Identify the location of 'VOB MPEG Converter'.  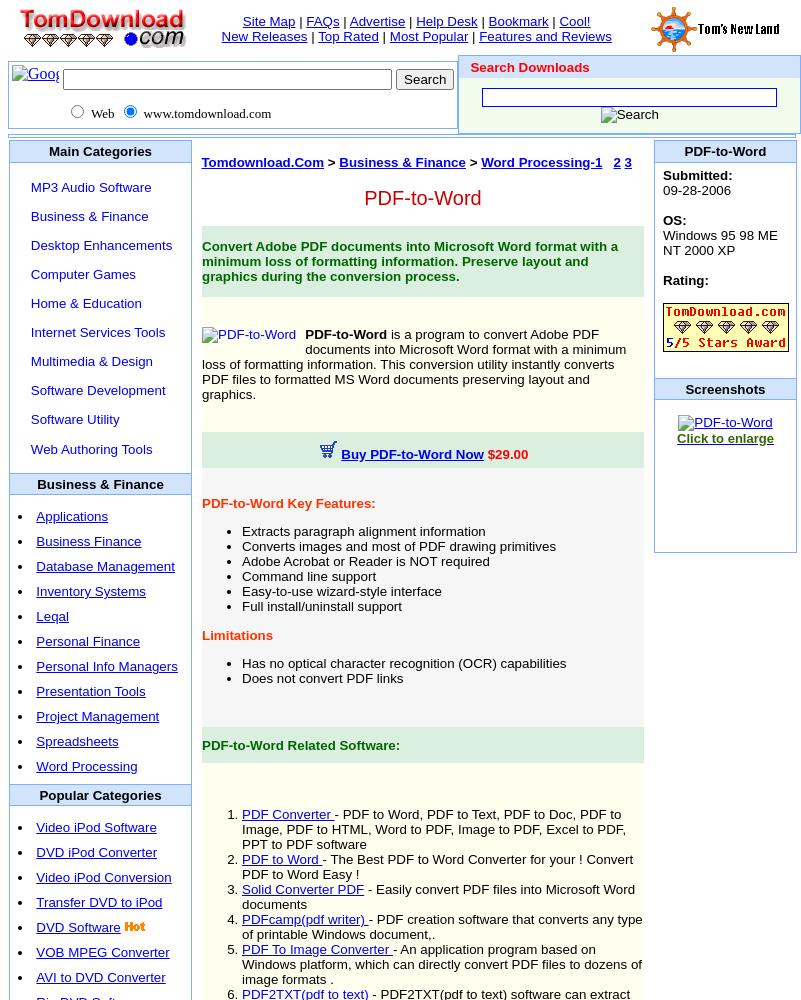
(102, 951).